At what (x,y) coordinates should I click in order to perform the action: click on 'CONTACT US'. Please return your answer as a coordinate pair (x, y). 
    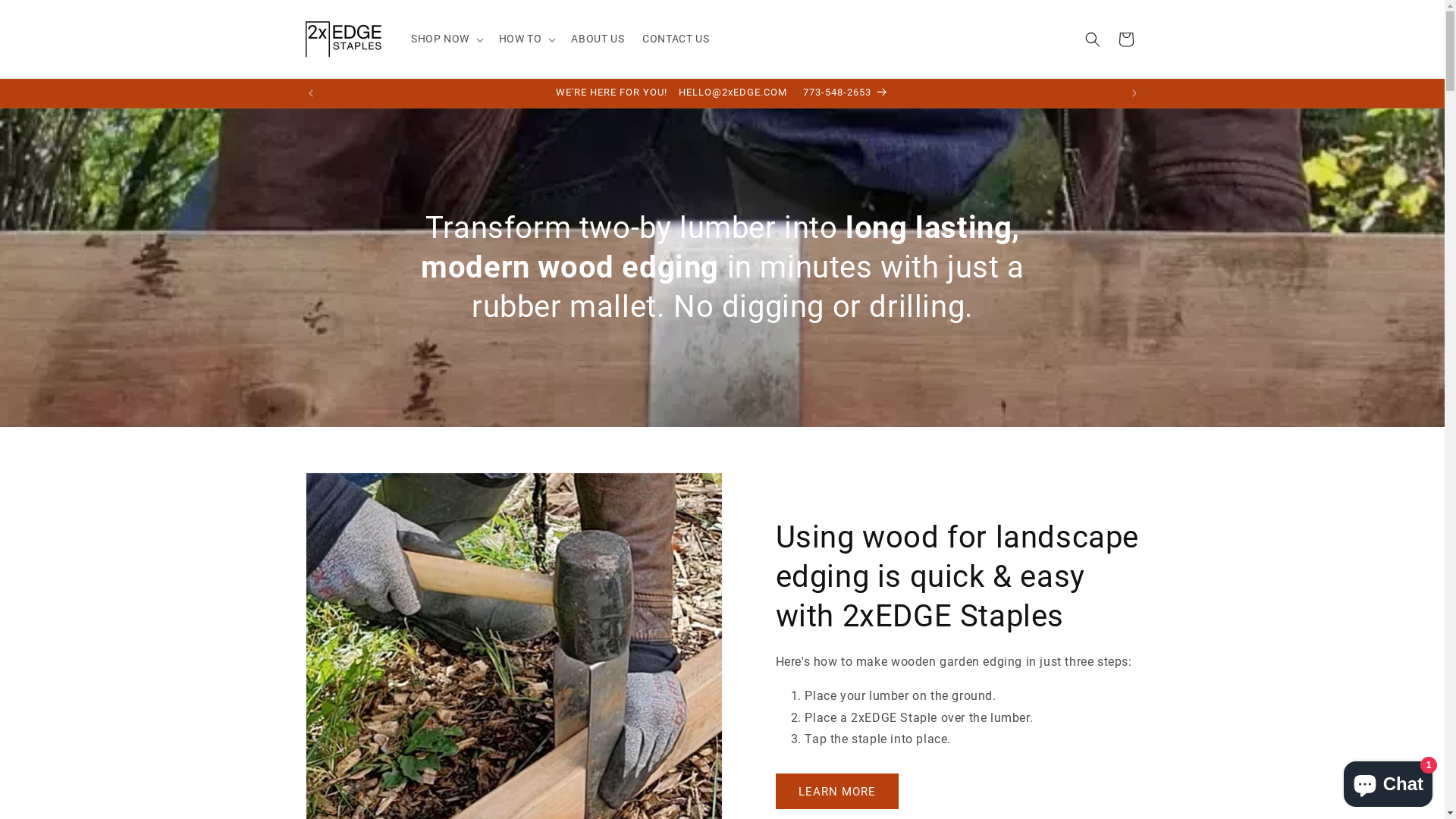
    Looking at the image, I should click on (675, 37).